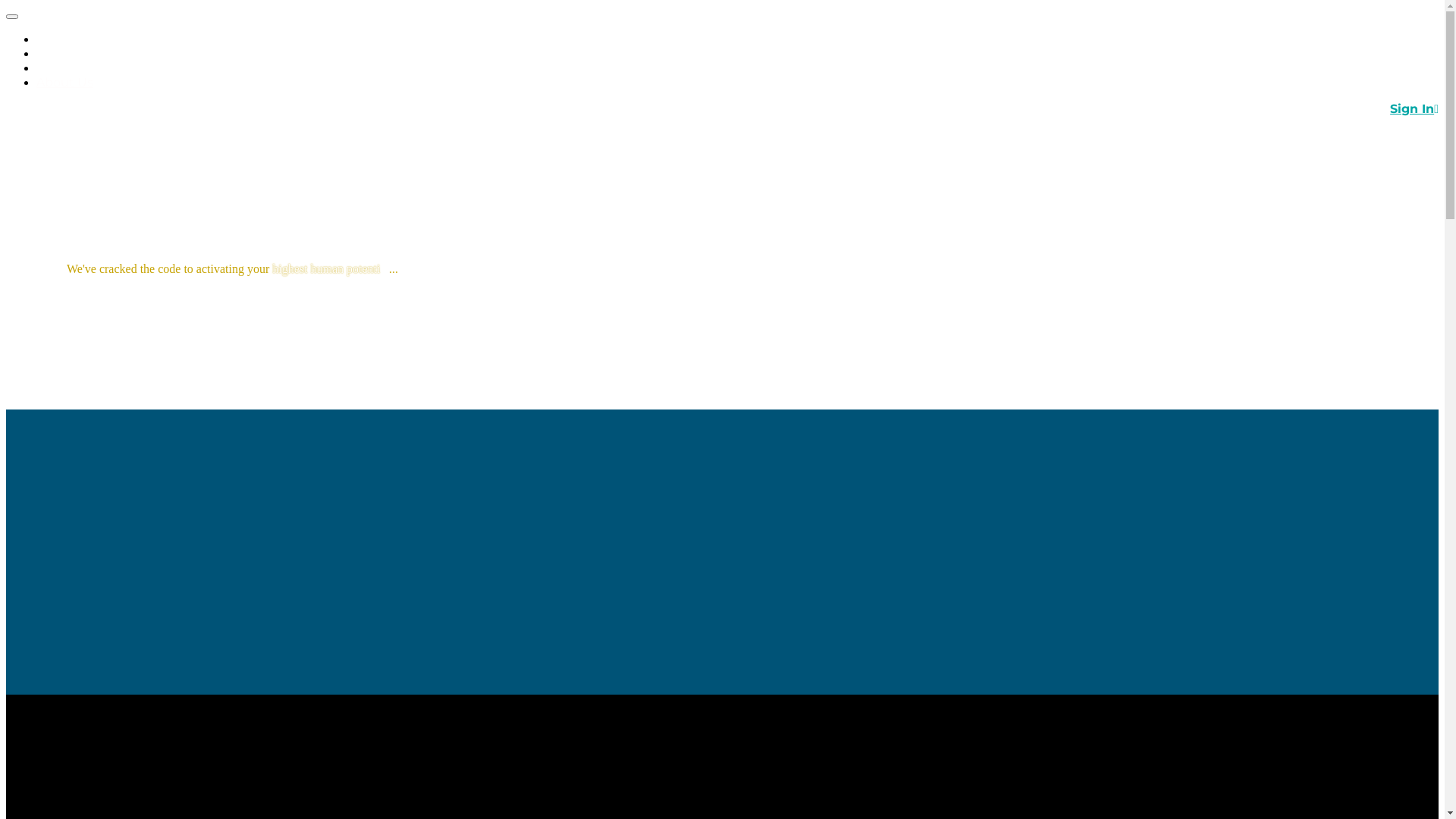 The image size is (1456, 819). Describe the element at coordinates (11, 17) in the screenshot. I see `'Toggle navigation'` at that location.